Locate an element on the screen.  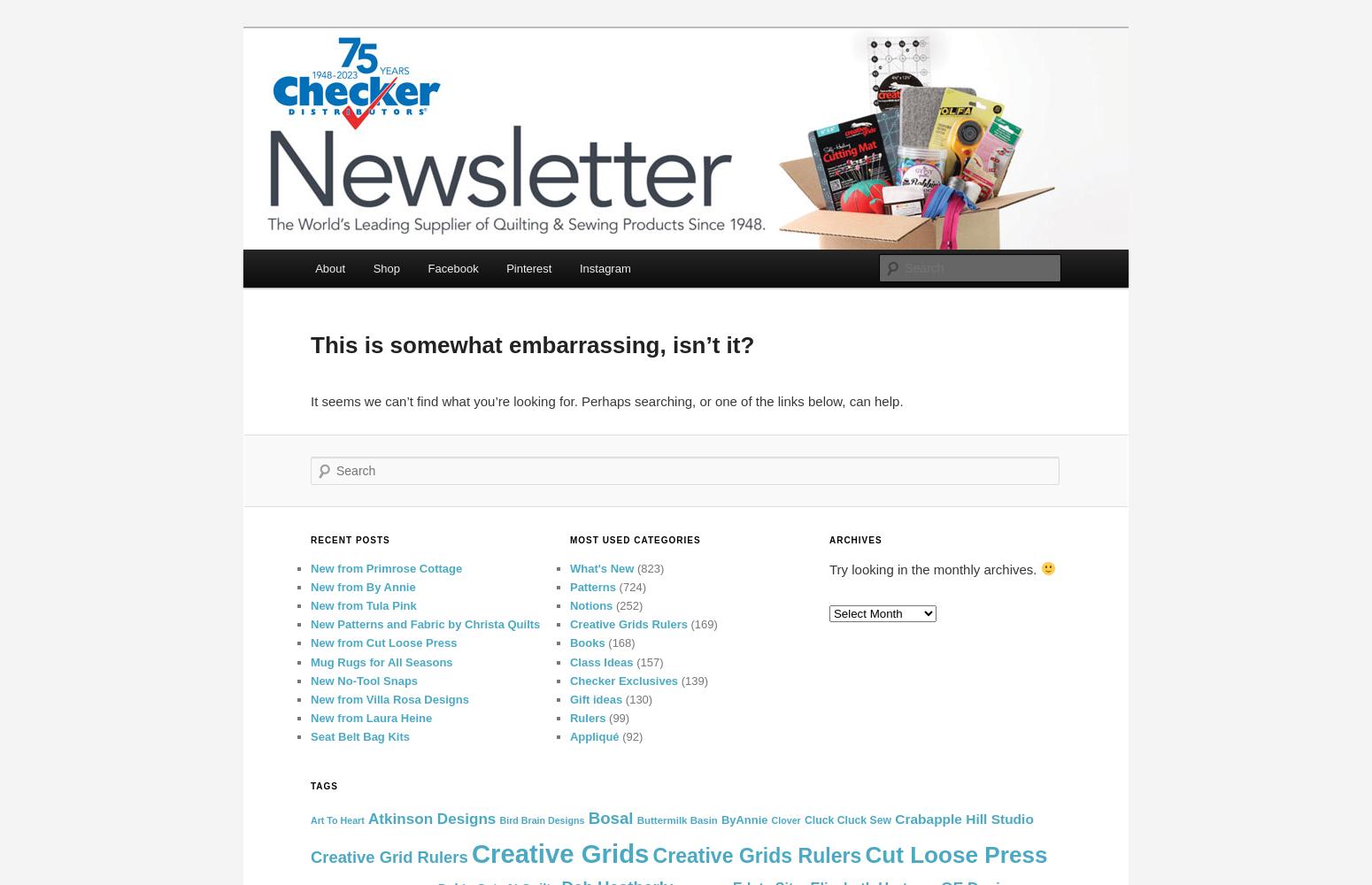
'(168)' is located at coordinates (619, 642).